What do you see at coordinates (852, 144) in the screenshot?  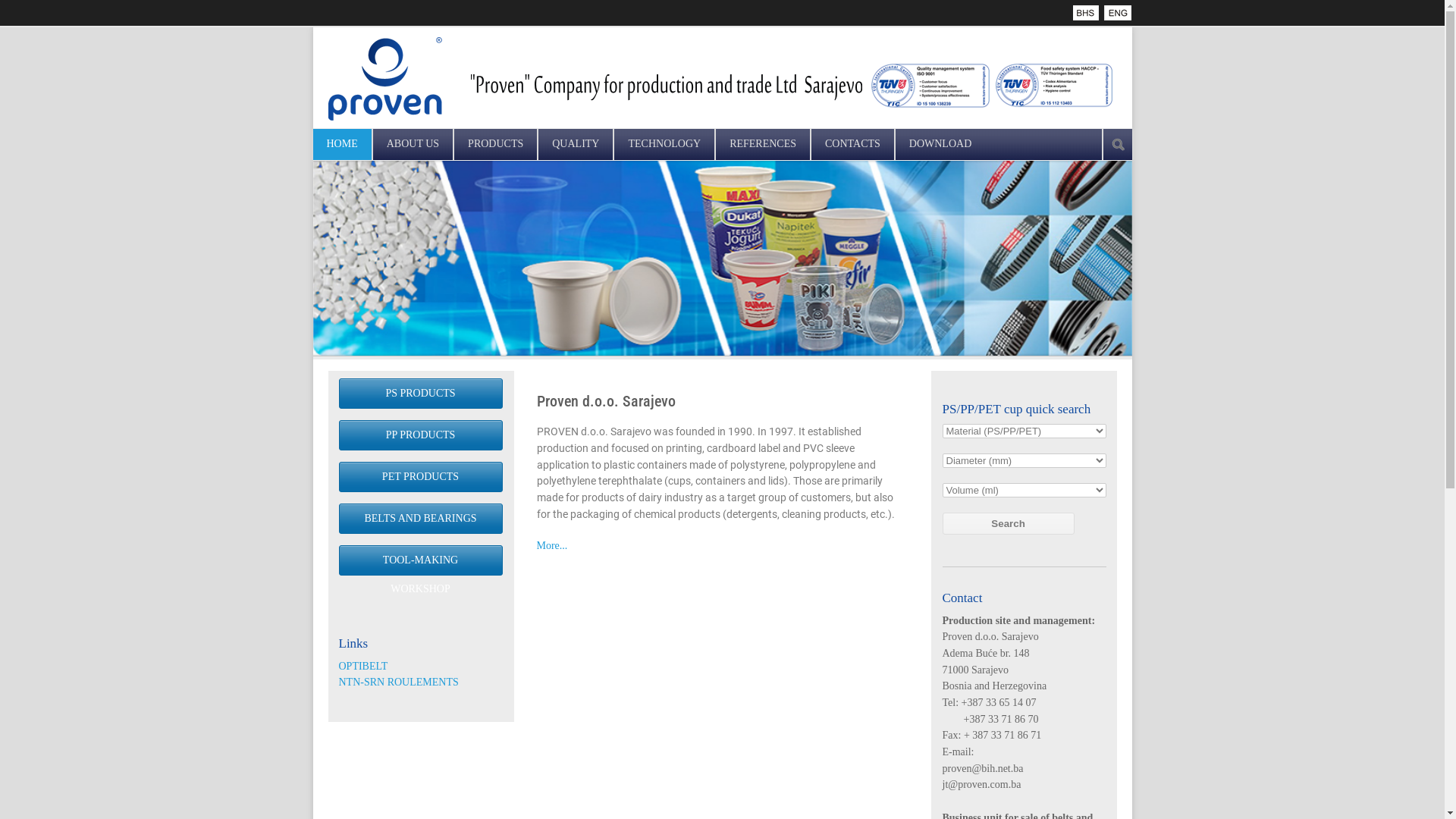 I see `'CONTACTS'` at bounding box center [852, 144].